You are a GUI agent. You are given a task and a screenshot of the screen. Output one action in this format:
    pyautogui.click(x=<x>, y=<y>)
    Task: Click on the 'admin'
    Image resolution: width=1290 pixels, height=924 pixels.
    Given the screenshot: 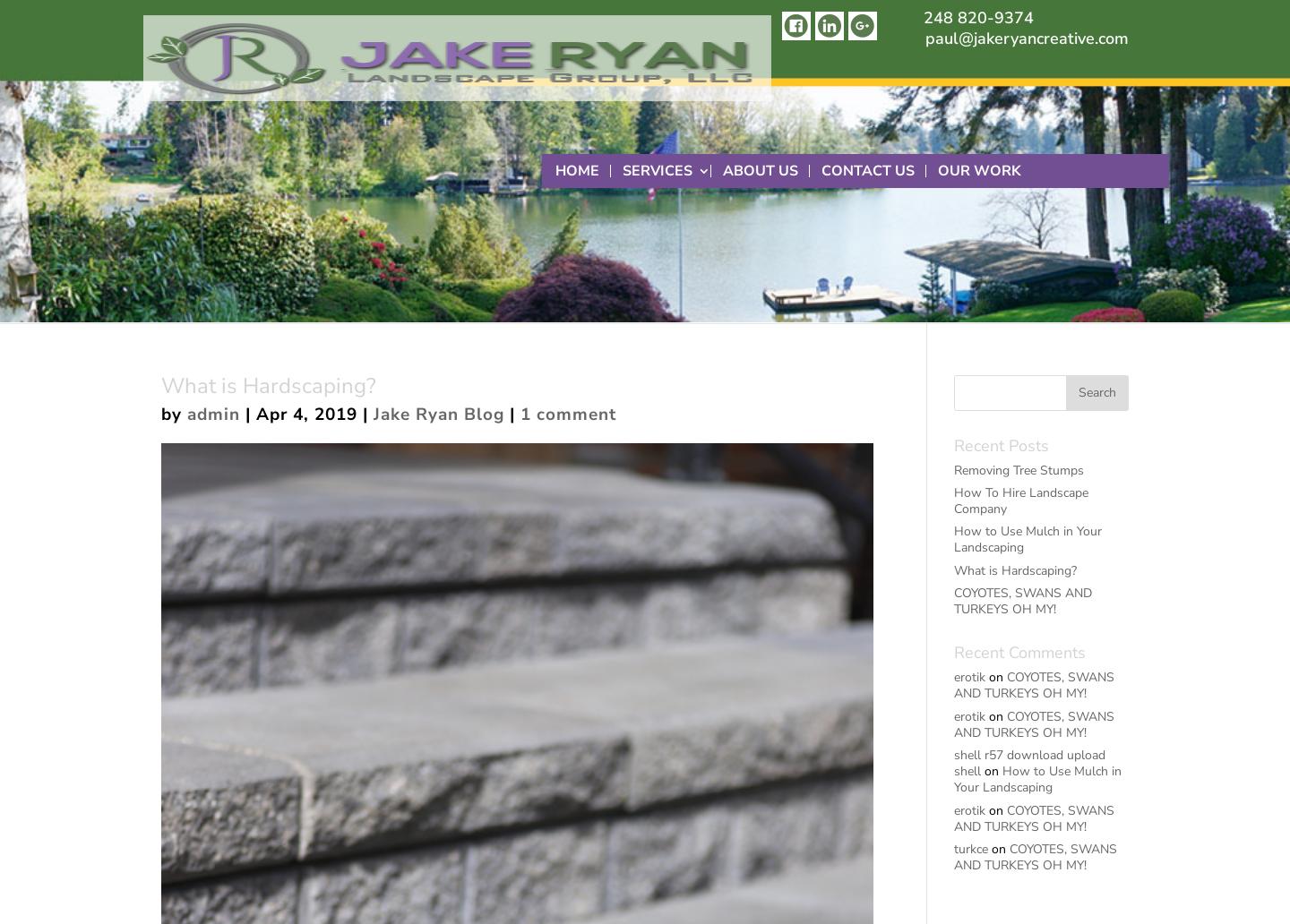 What is the action you would take?
    pyautogui.click(x=213, y=413)
    